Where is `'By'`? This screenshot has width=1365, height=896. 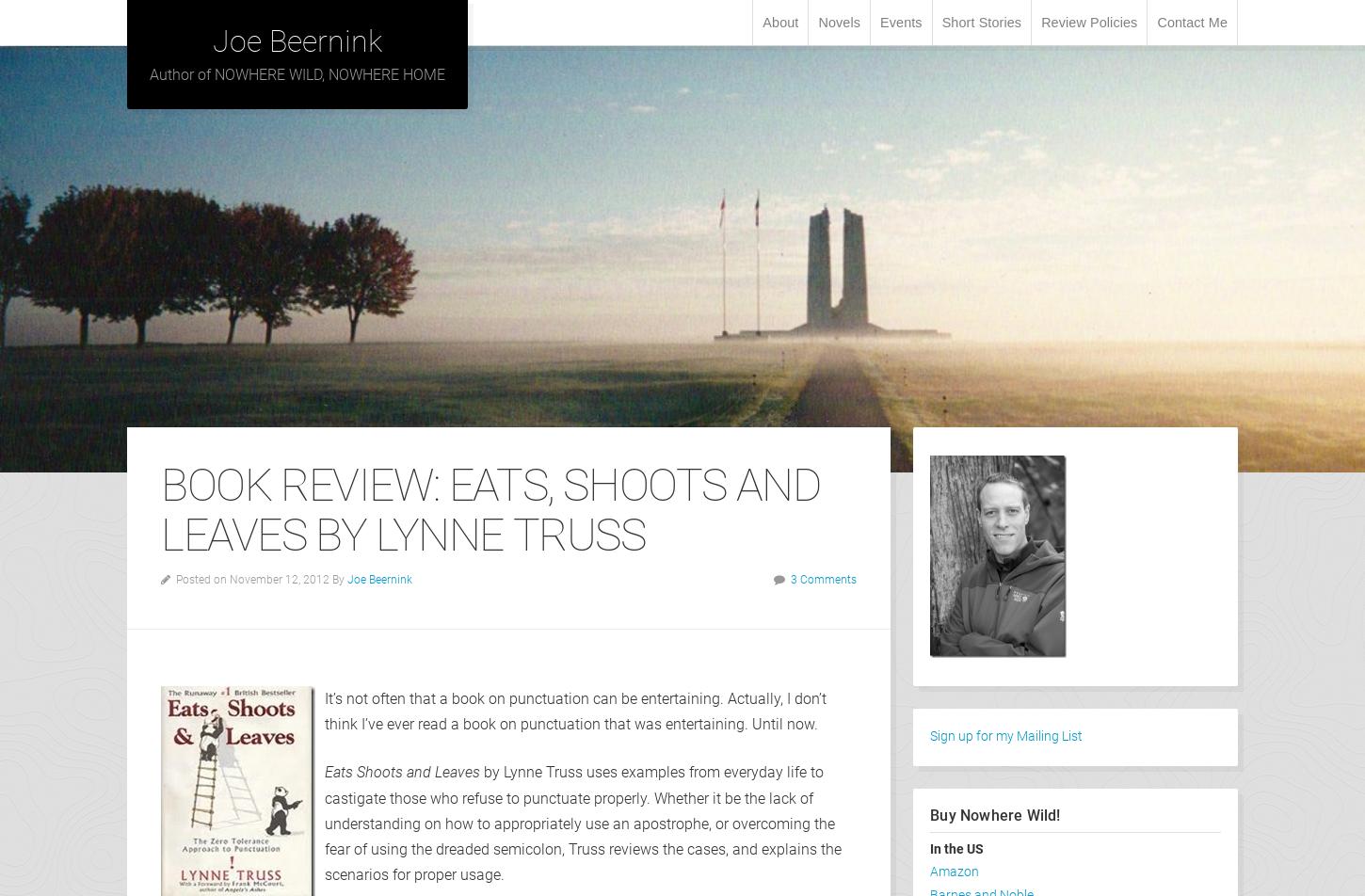 'By' is located at coordinates (331, 578).